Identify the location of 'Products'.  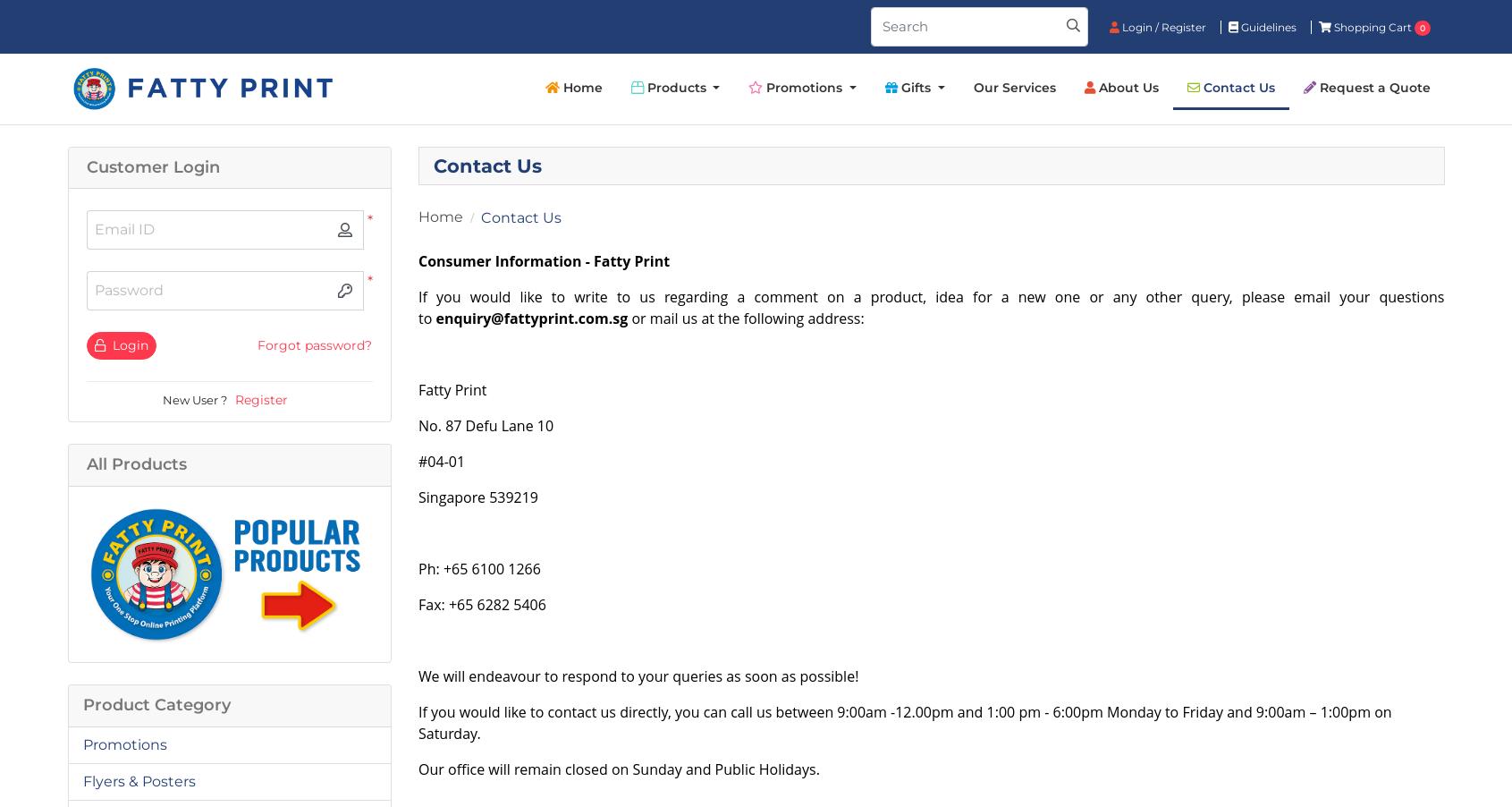
(676, 87).